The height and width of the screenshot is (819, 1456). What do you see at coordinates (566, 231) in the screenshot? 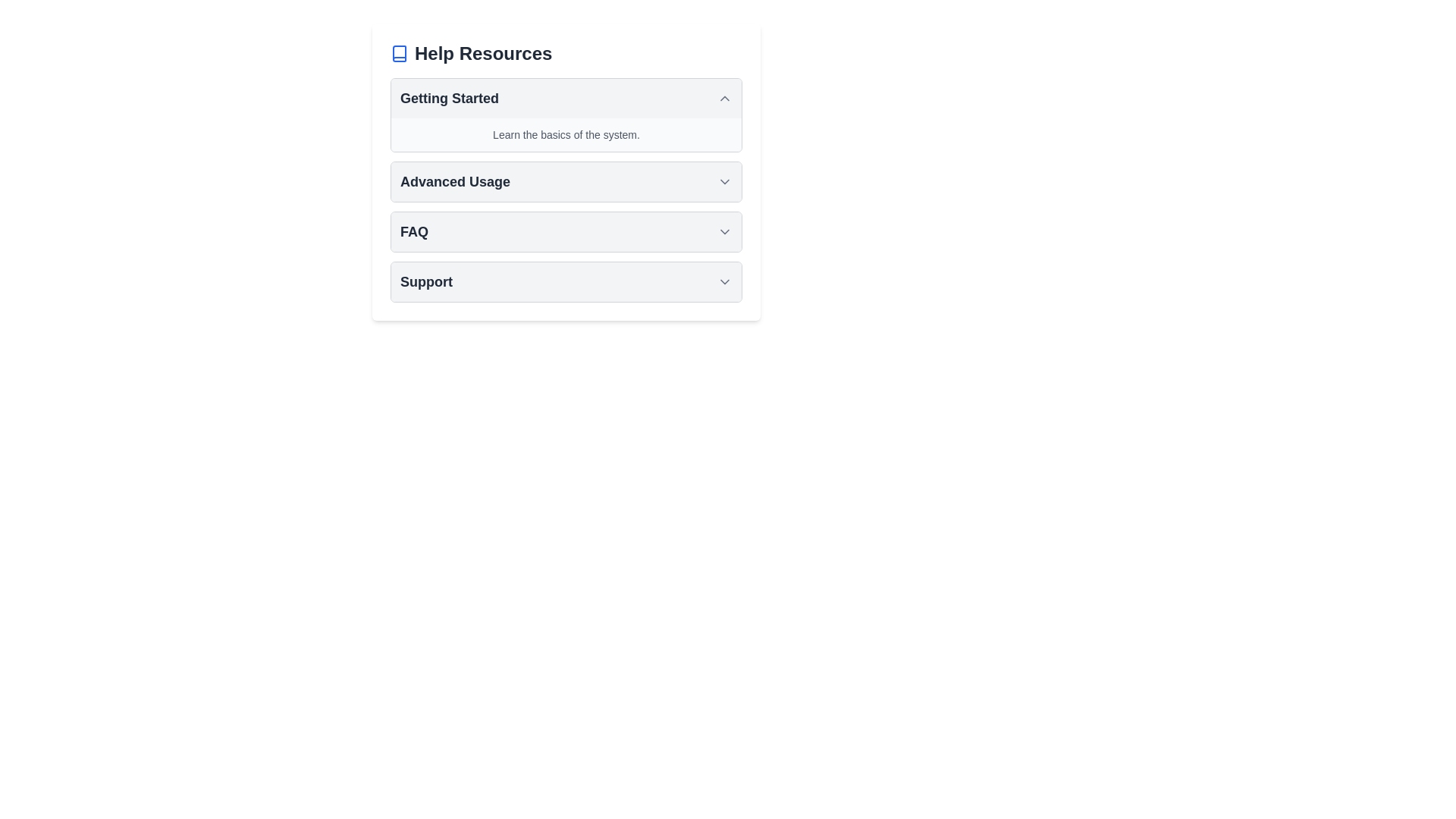
I see `the collapsible menu item labeled 'FAQ'` at bounding box center [566, 231].